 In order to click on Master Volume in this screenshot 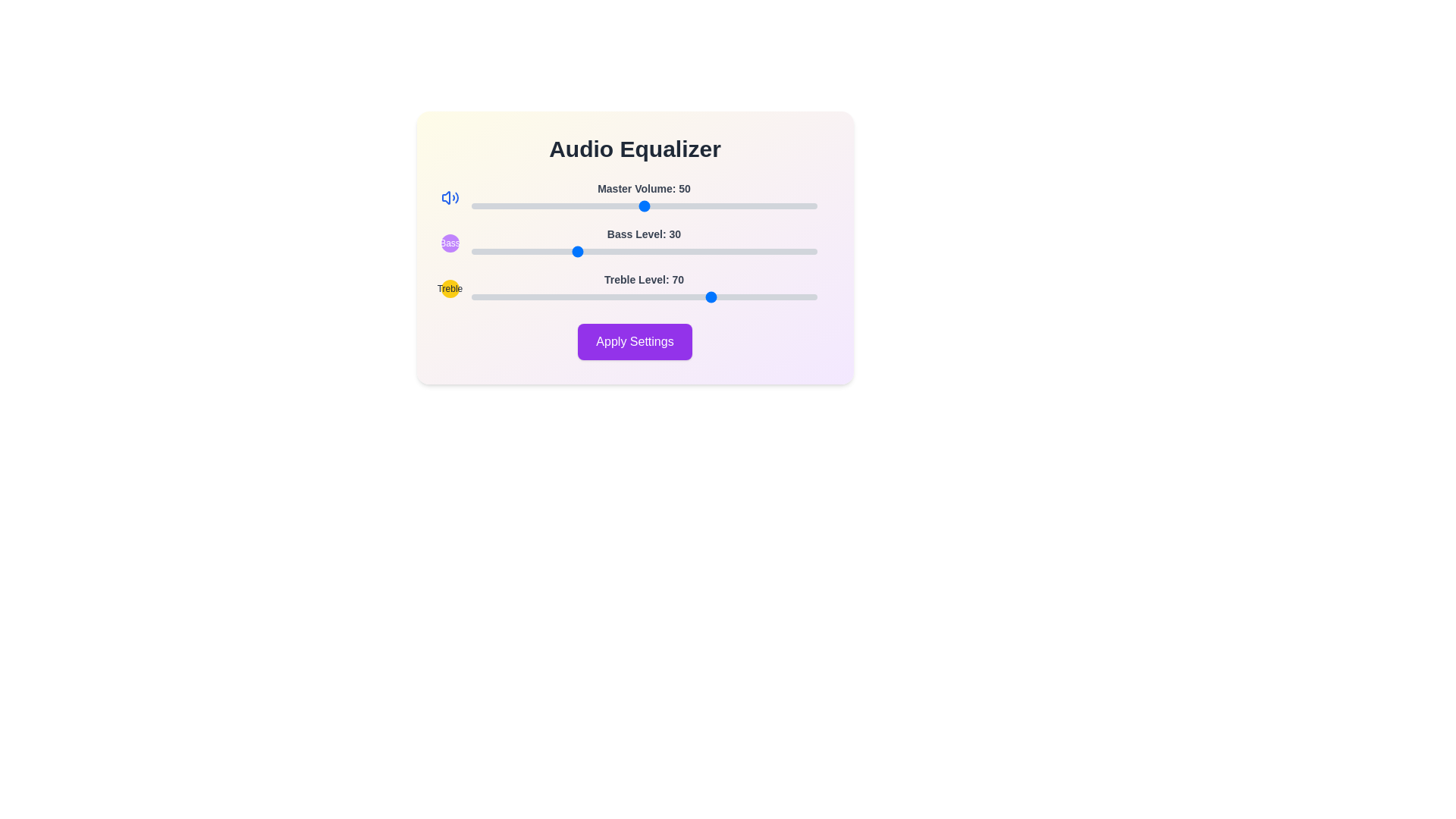, I will do `click(681, 206)`.